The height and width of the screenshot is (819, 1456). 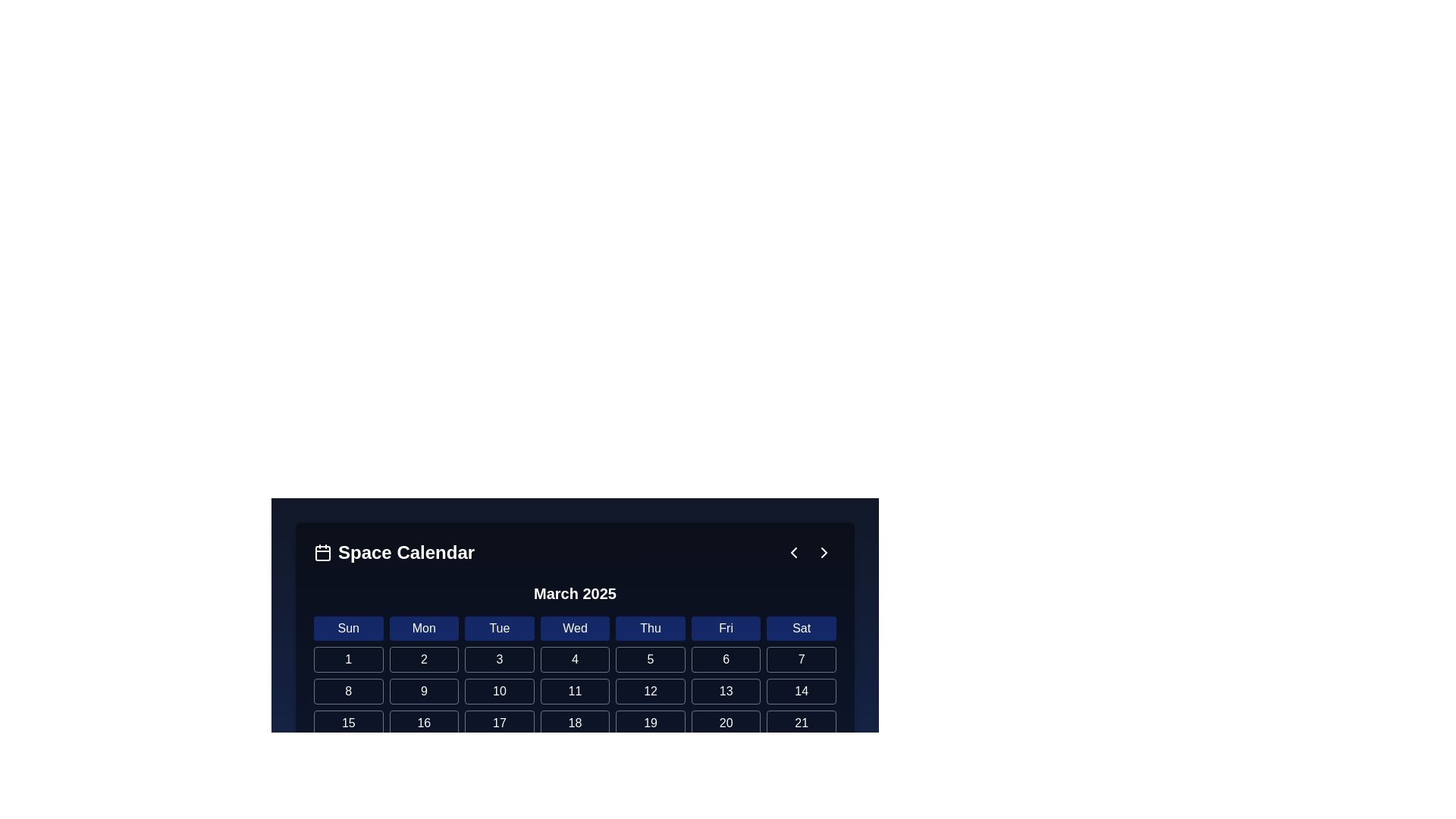 What do you see at coordinates (424, 786) in the screenshot?
I see `the Calendar Day Cell representing Saturday in the 5th row` at bounding box center [424, 786].